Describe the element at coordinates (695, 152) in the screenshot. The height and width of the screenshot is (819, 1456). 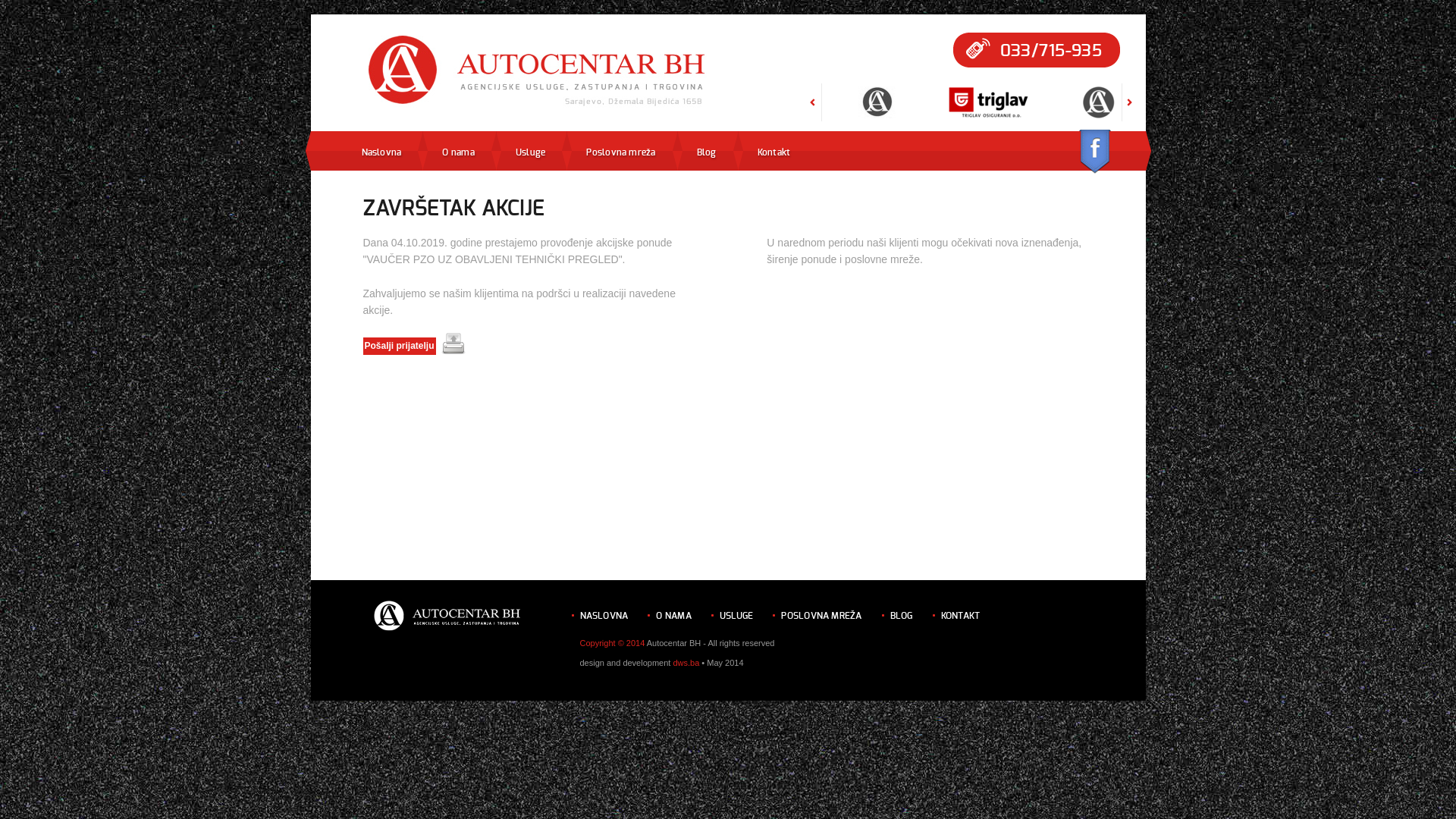
I see `'Blog'` at that location.